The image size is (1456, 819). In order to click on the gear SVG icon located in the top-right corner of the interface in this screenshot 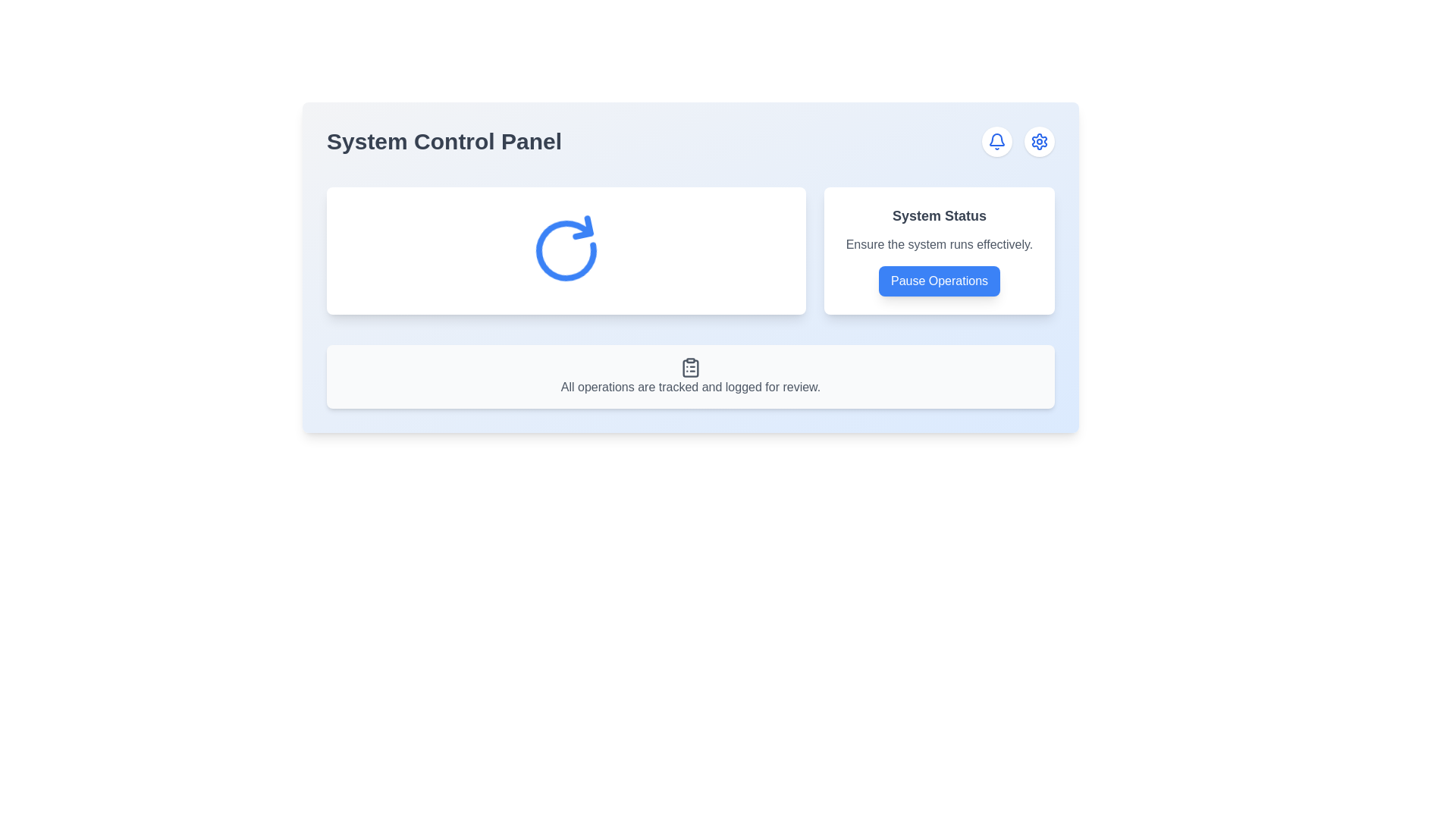, I will do `click(1039, 141)`.